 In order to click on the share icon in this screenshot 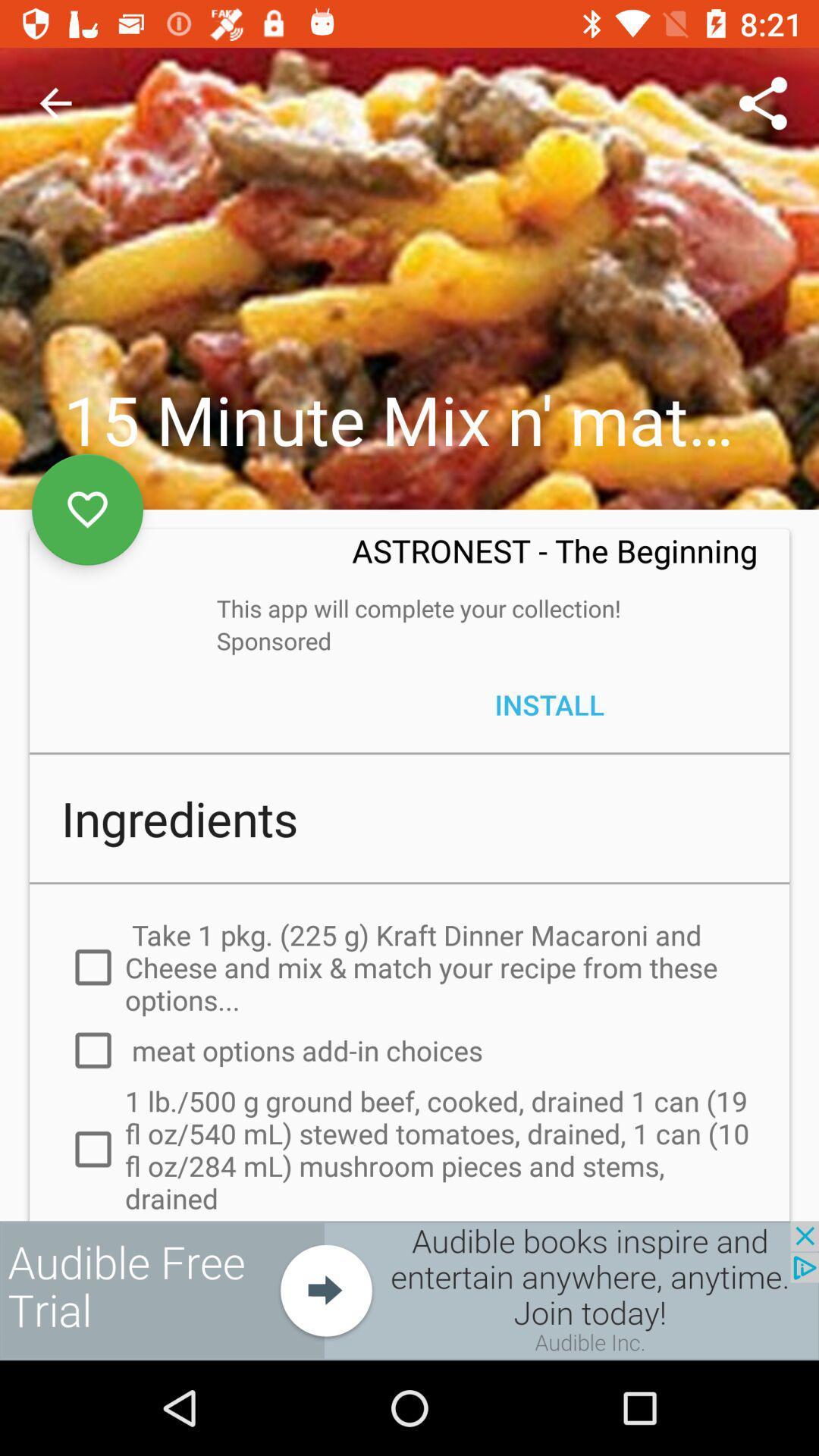, I will do `click(763, 103)`.